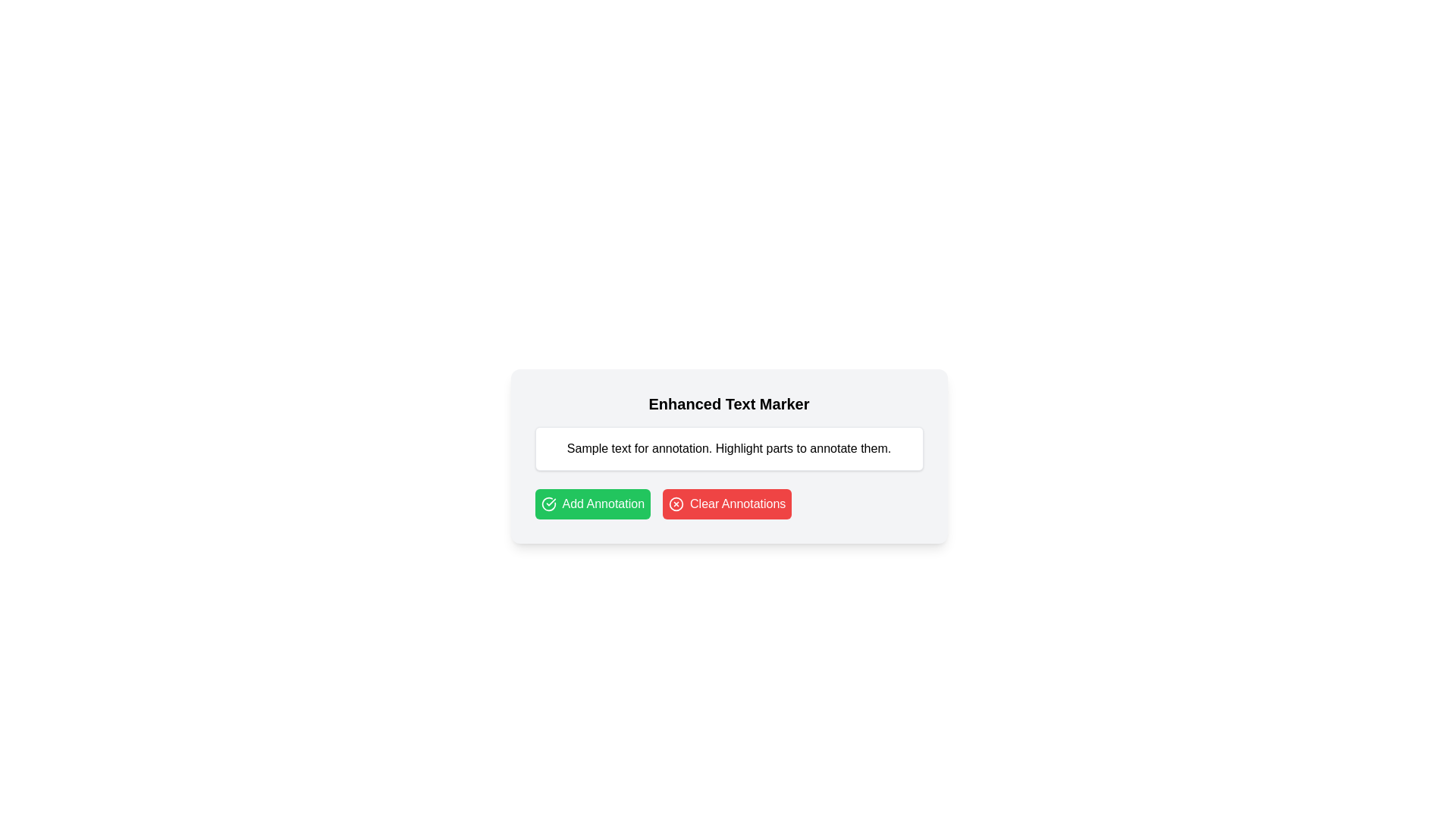 Image resolution: width=1456 pixels, height=819 pixels. I want to click on the character 's' in the word 'parts' within the sentence 'Sample text for annotation. Highlight parts to annotate them.', so click(789, 447).